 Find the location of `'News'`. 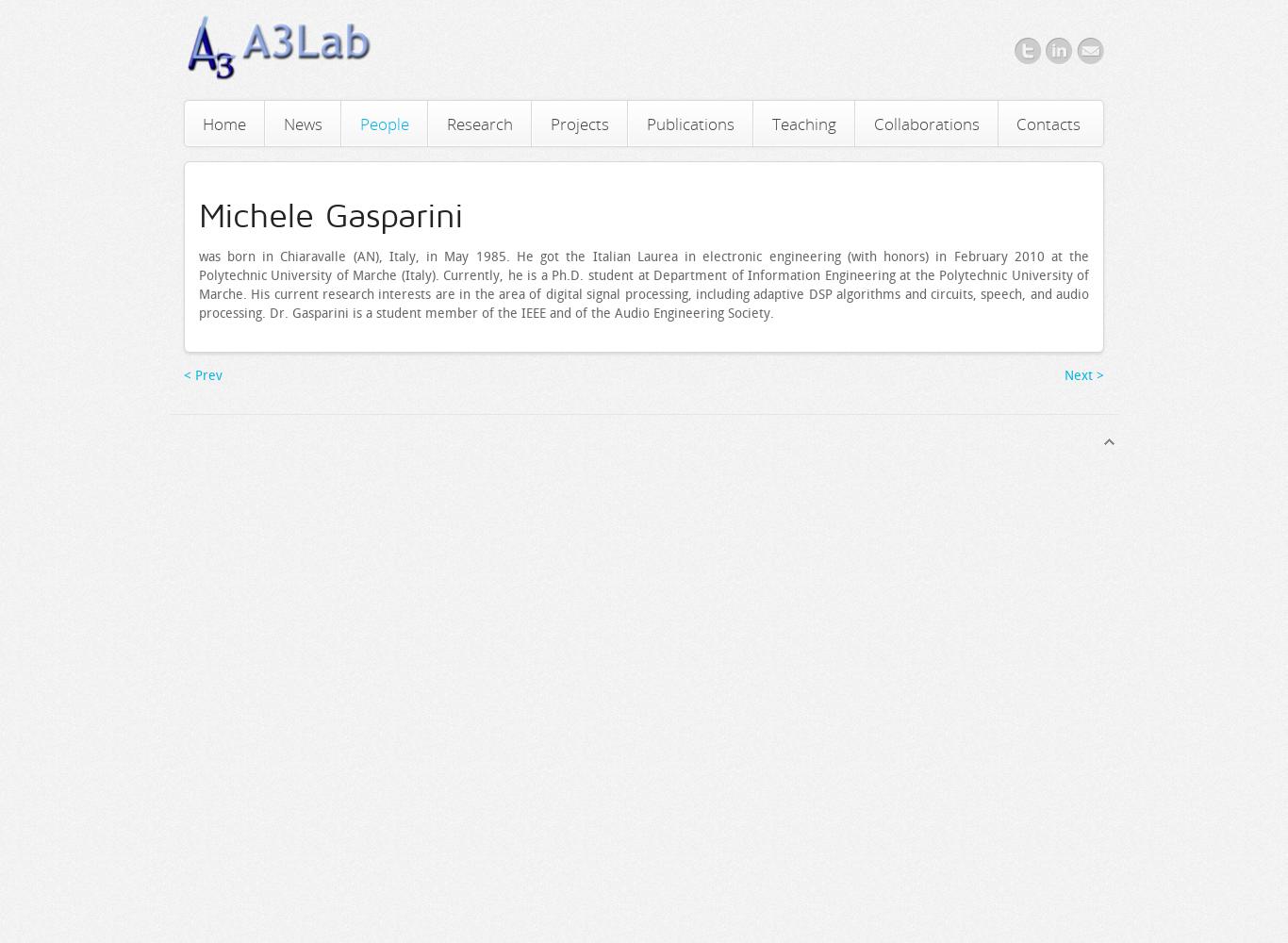

'News' is located at coordinates (282, 124).